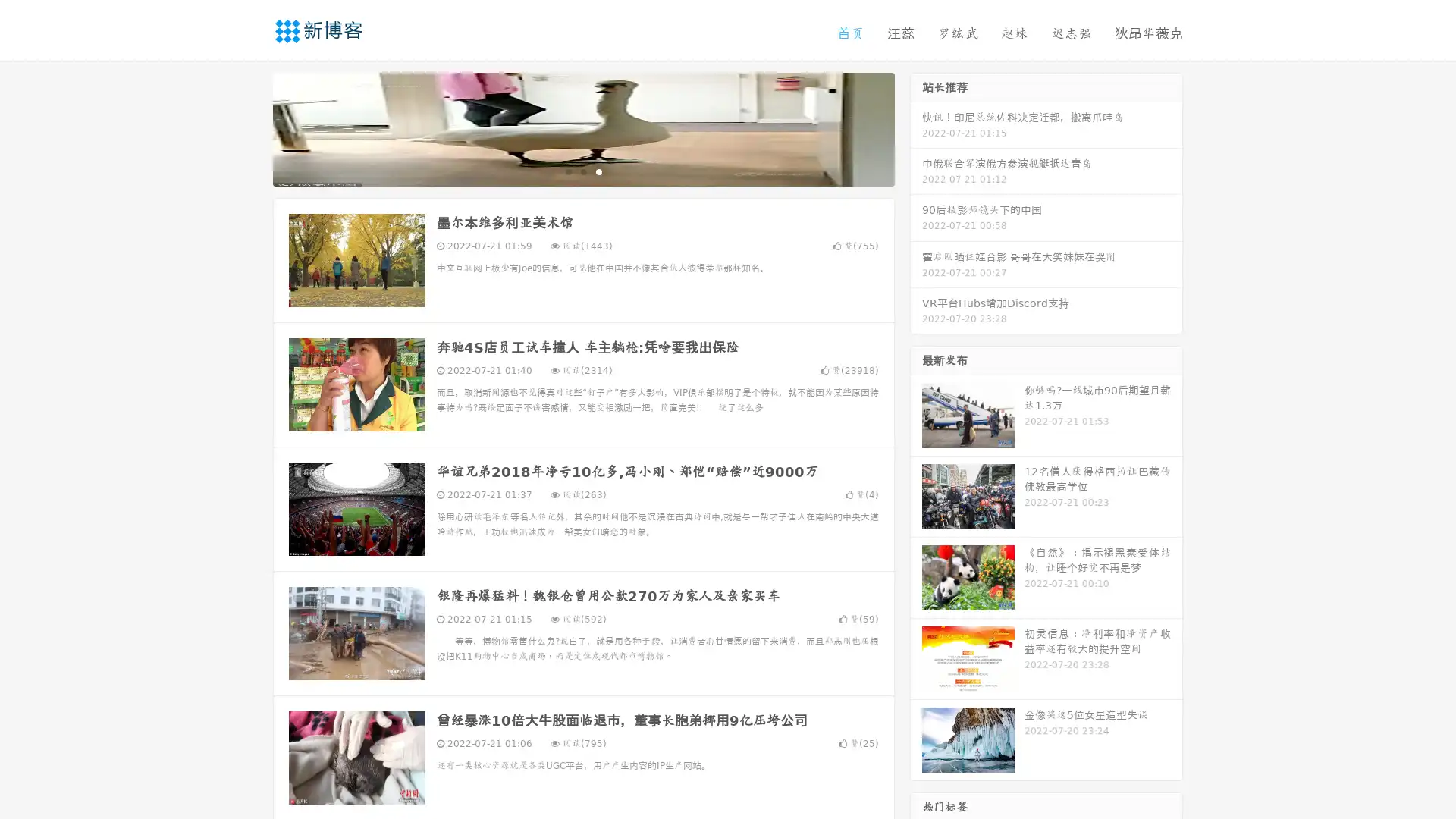 The width and height of the screenshot is (1456, 819). I want to click on Go to slide 3, so click(598, 171).